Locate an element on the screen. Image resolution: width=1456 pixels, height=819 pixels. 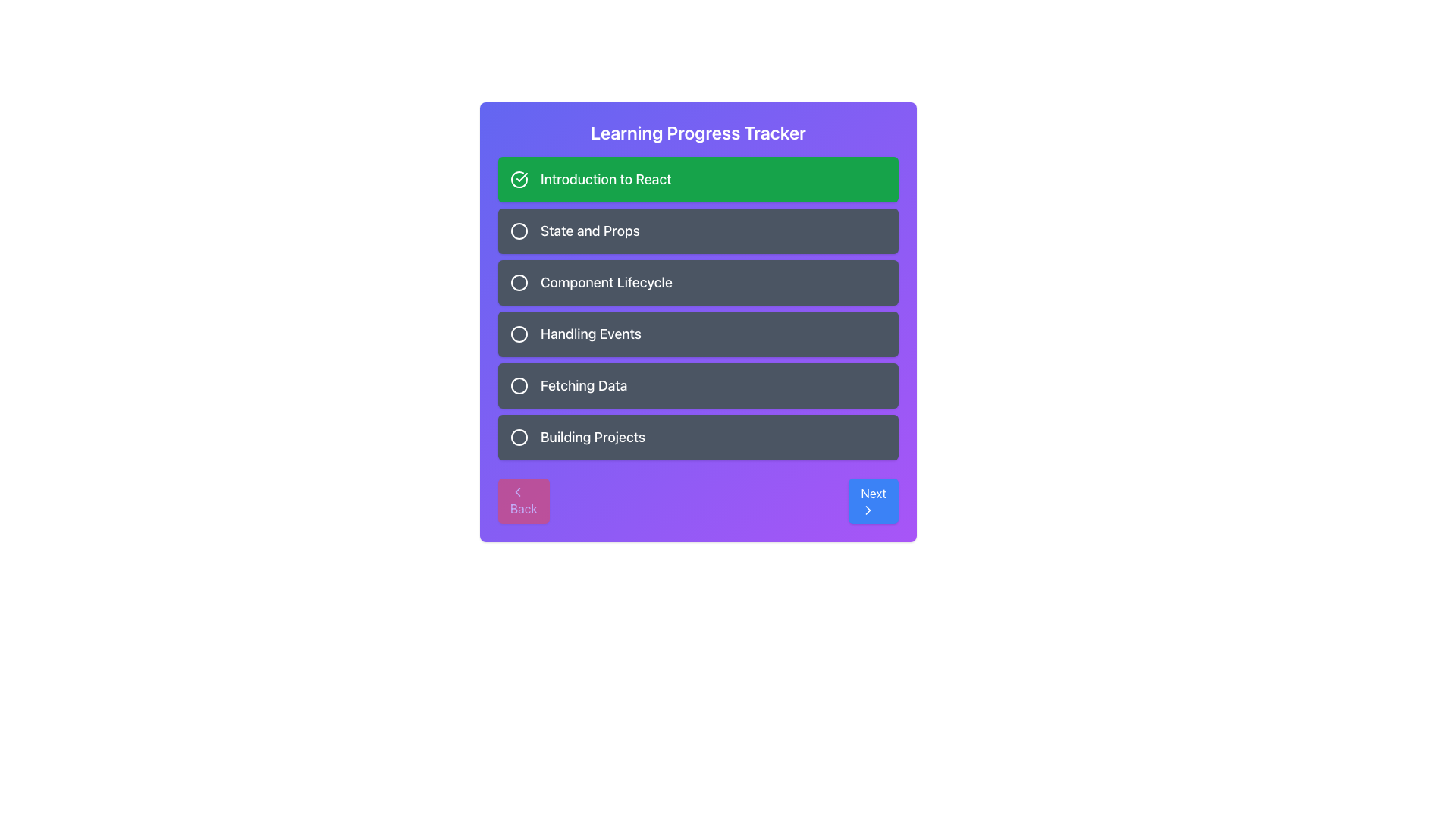
the text label reading 'Fetching Data' for reading by moving the cursor to its center point is located at coordinates (583, 385).